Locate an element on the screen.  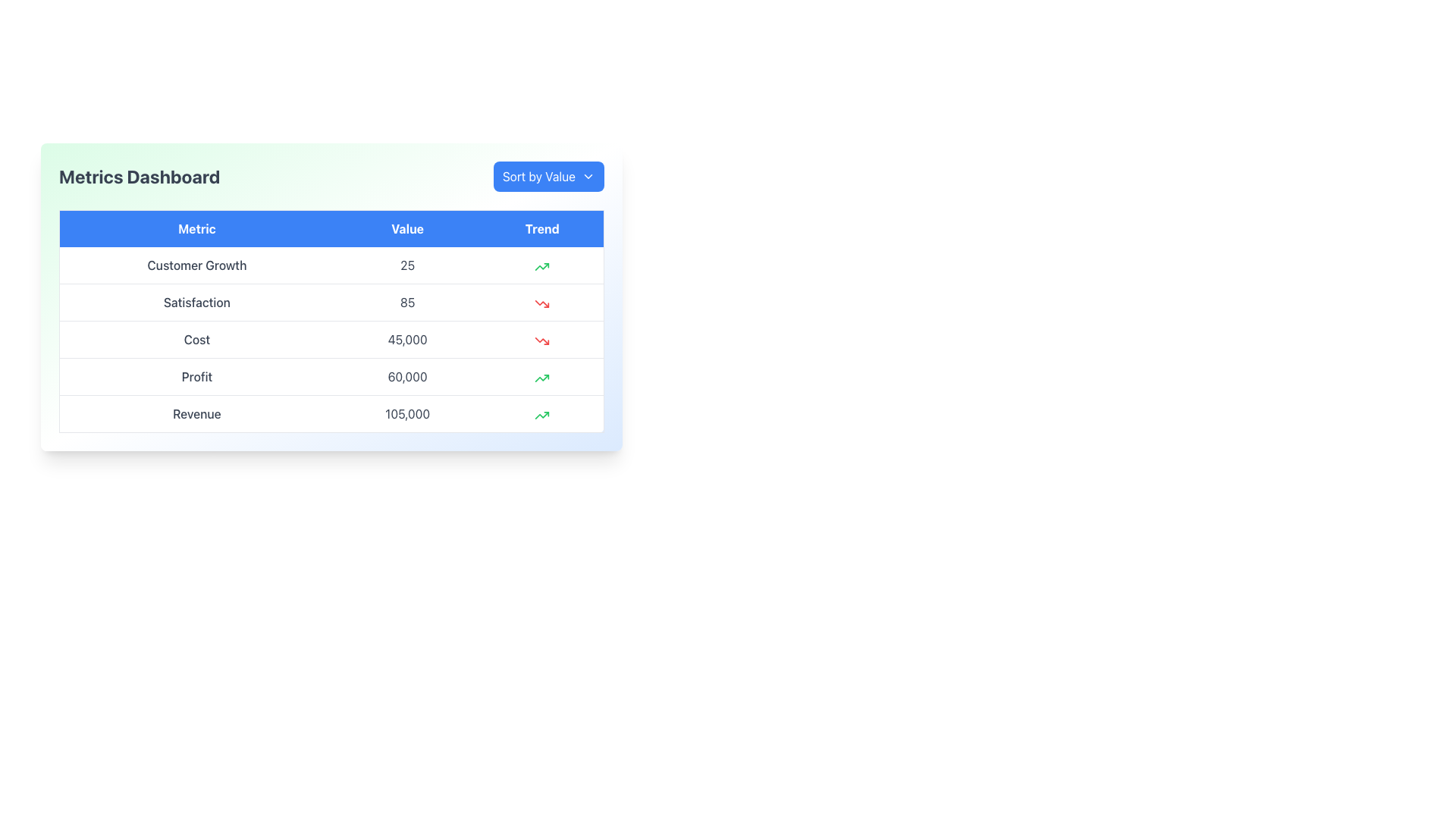
the displayed revenue amount located in the fifth row of the table labeled 'Revenue', under the column labeled 'Value' is located at coordinates (407, 414).